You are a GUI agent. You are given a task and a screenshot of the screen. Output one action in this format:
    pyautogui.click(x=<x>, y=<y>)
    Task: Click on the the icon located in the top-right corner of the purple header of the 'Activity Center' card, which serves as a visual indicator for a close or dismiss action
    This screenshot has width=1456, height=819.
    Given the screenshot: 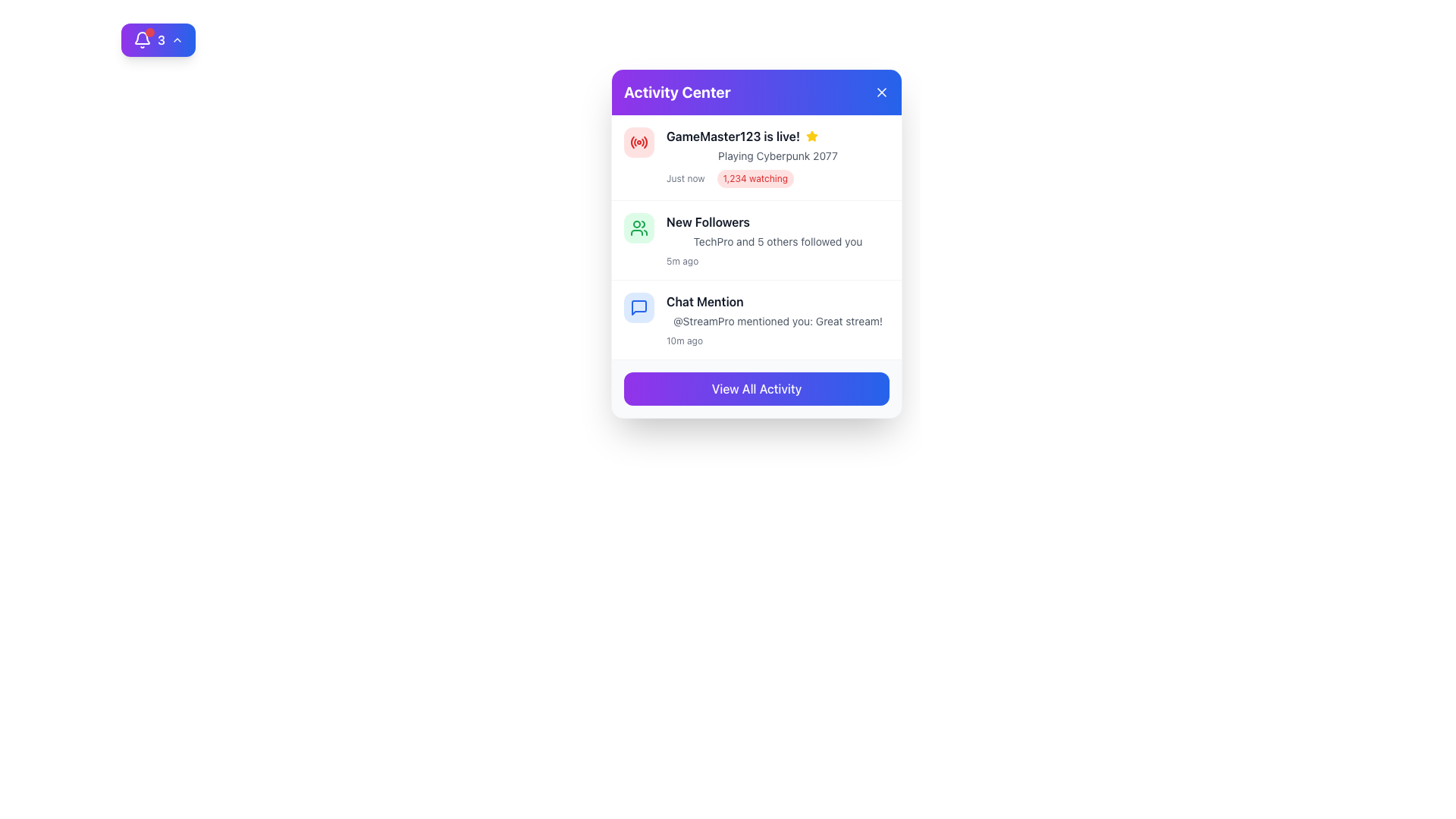 What is the action you would take?
    pyautogui.click(x=881, y=93)
    